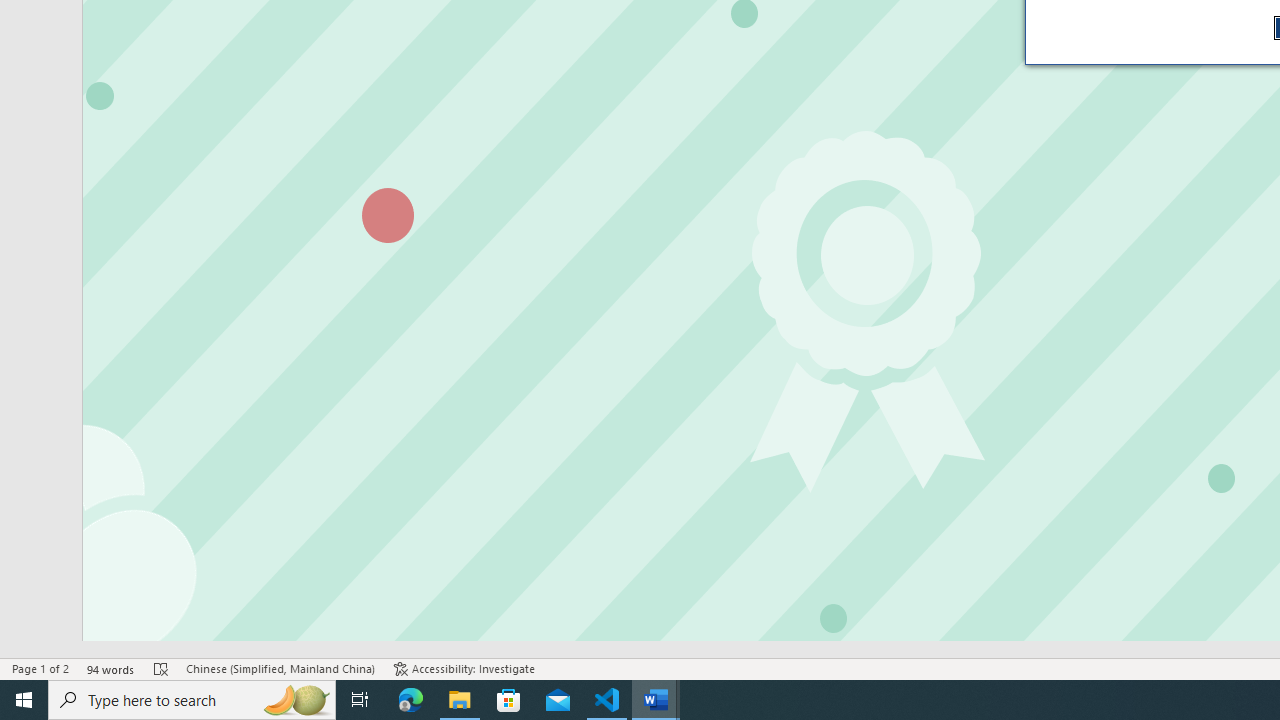 The image size is (1280, 720). What do you see at coordinates (509, 698) in the screenshot?
I see `'Microsoft Store'` at bounding box center [509, 698].